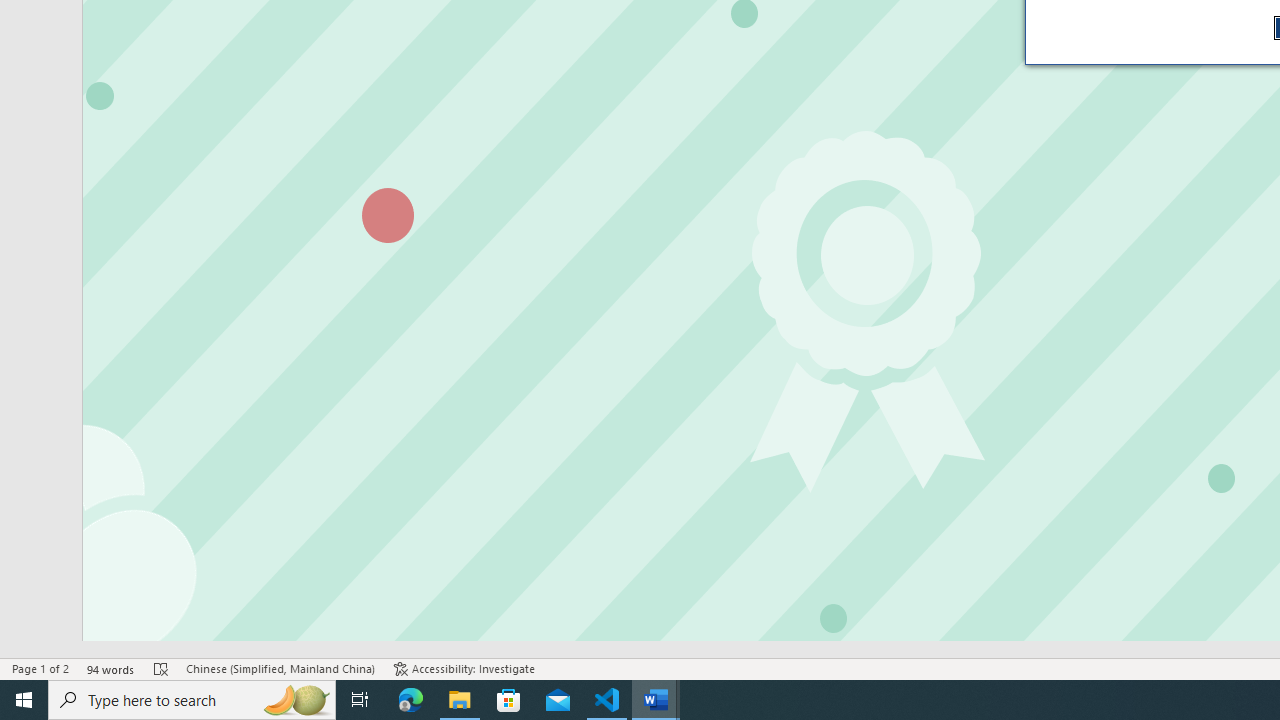 The image size is (1280, 720). What do you see at coordinates (509, 698) in the screenshot?
I see `'Microsoft Store'` at bounding box center [509, 698].